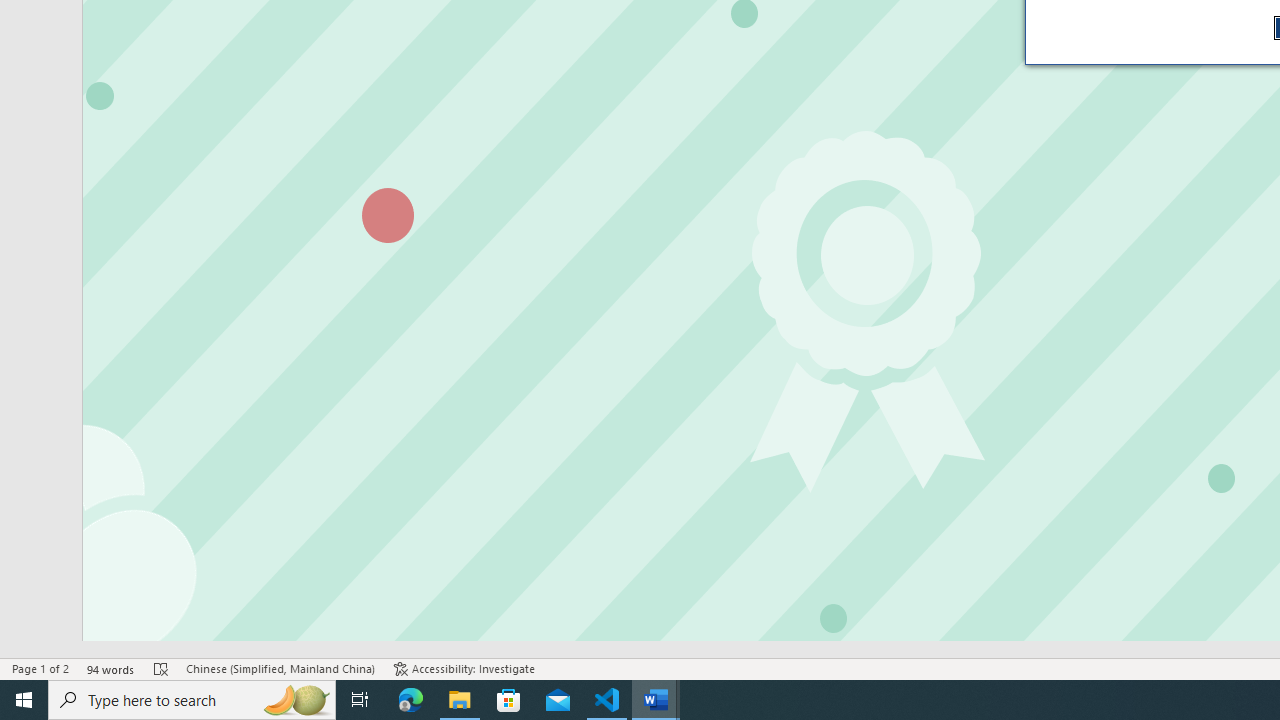 The image size is (1280, 720). What do you see at coordinates (509, 698) in the screenshot?
I see `'Microsoft Store'` at bounding box center [509, 698].